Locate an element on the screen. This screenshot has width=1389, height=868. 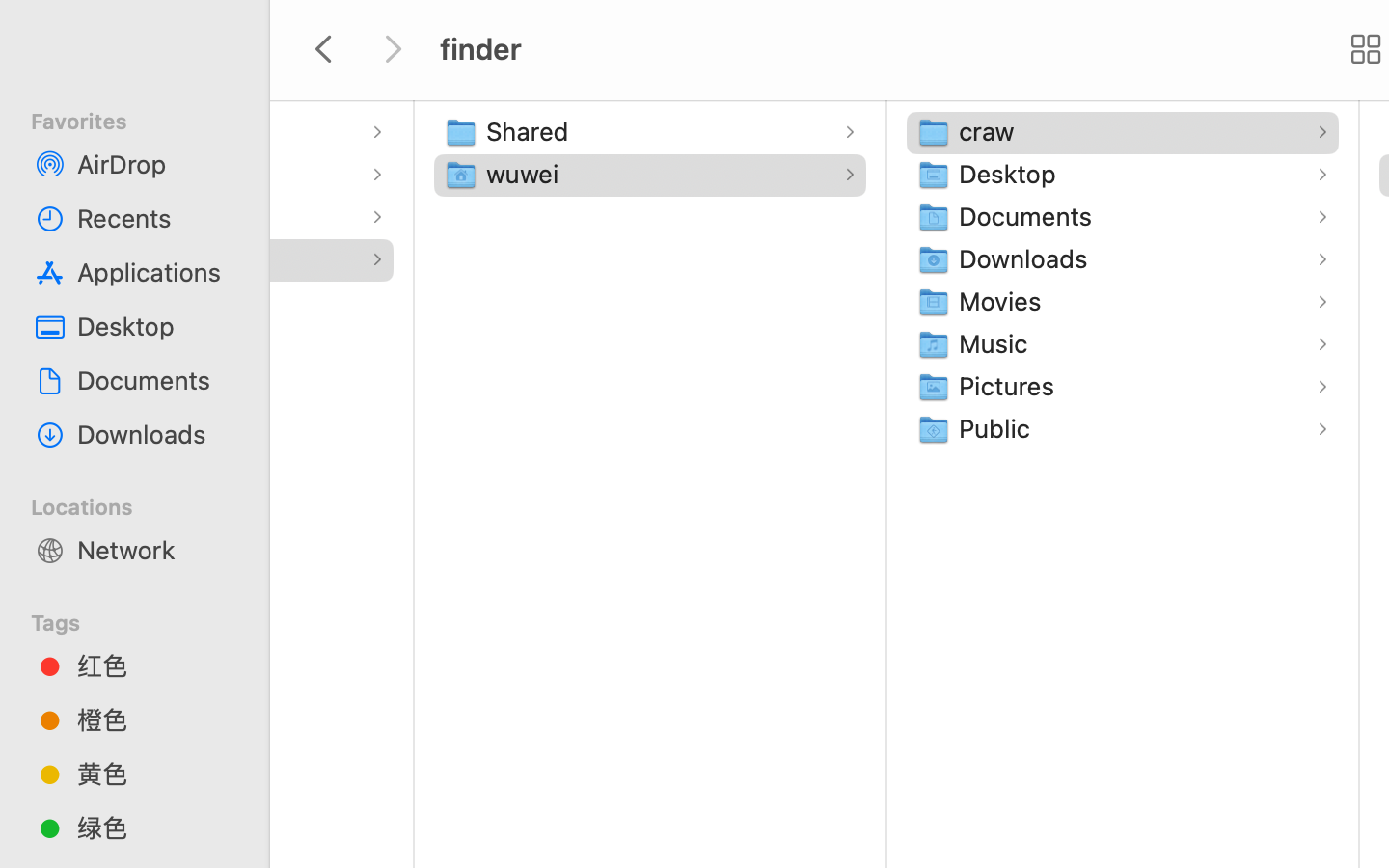
'Recents' is located at coordinates (153, 217).